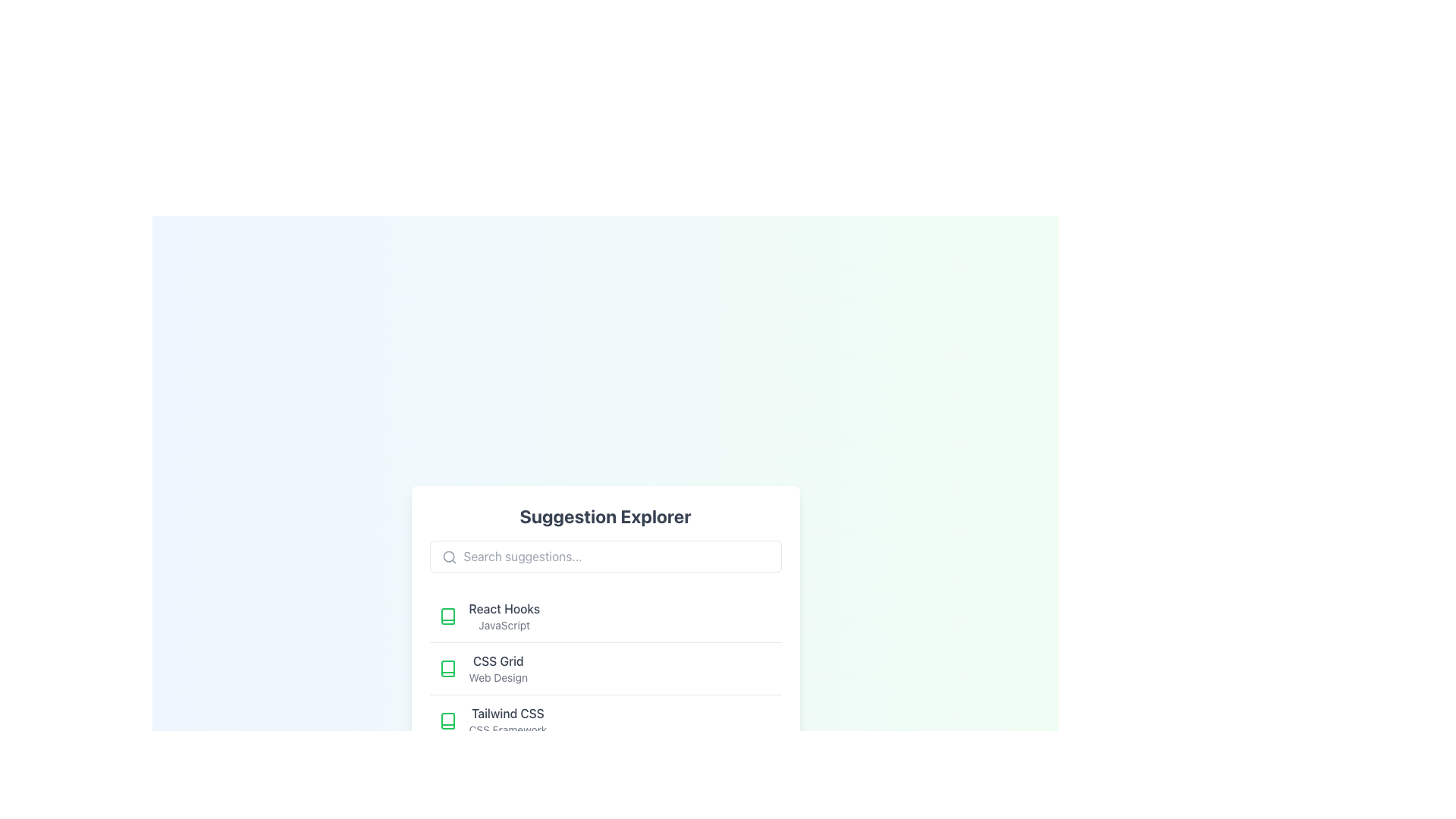  What do you see at coordinates (498, 668) in the screenshot?
I see `the 'CSS Grid' text label, which is the second suggestion in the list under 'Suggestion Explorer', positioned between 'React Hooks' and 'Tailwind CSS'` at bounding box center [498, 668].